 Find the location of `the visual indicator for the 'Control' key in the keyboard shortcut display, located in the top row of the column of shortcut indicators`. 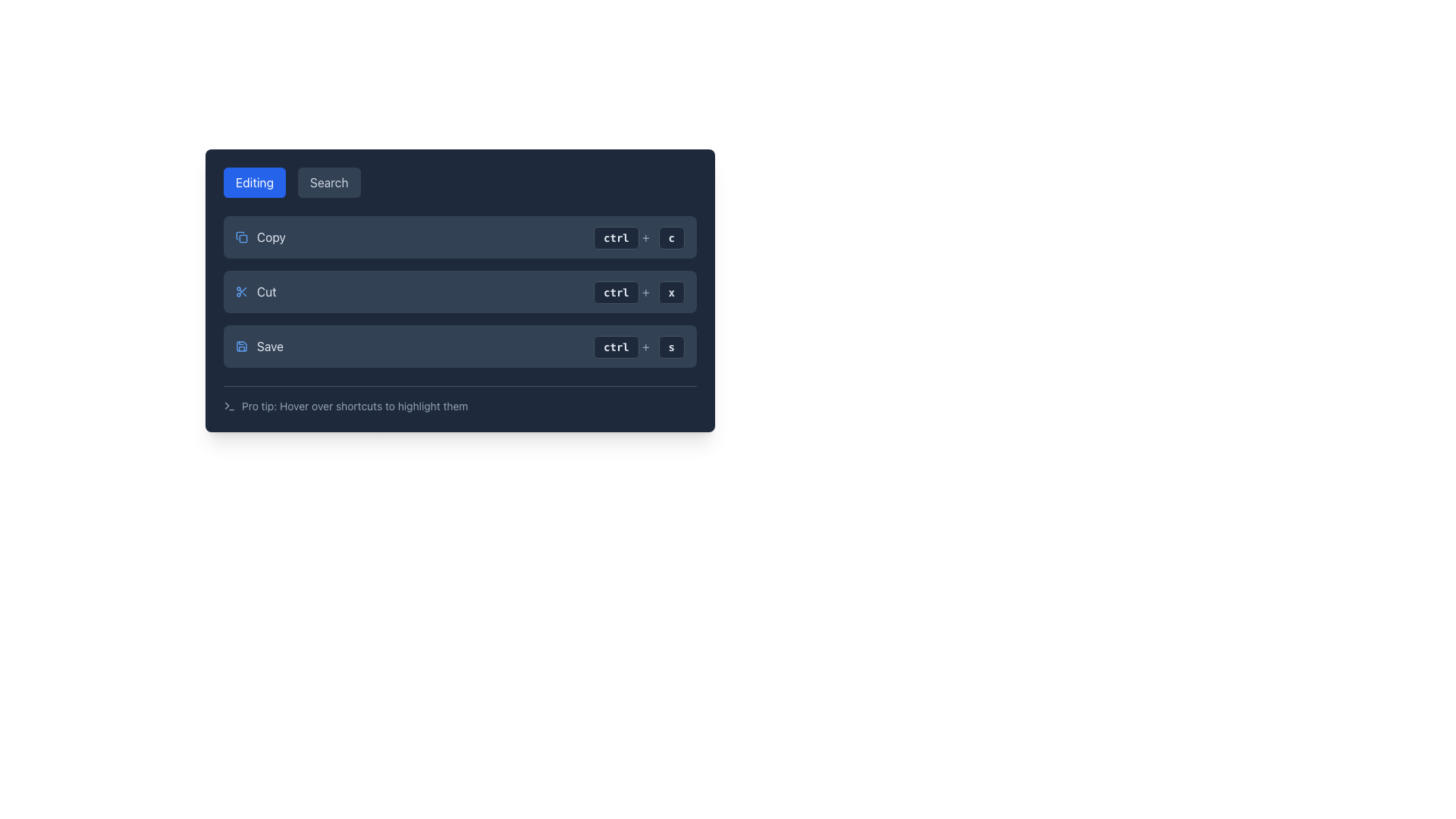

the visual indicator for the 'Control' key in the keyboard shortcut display, located in the top row of the column of shortcut indicators is located at coordinates (616, 237).